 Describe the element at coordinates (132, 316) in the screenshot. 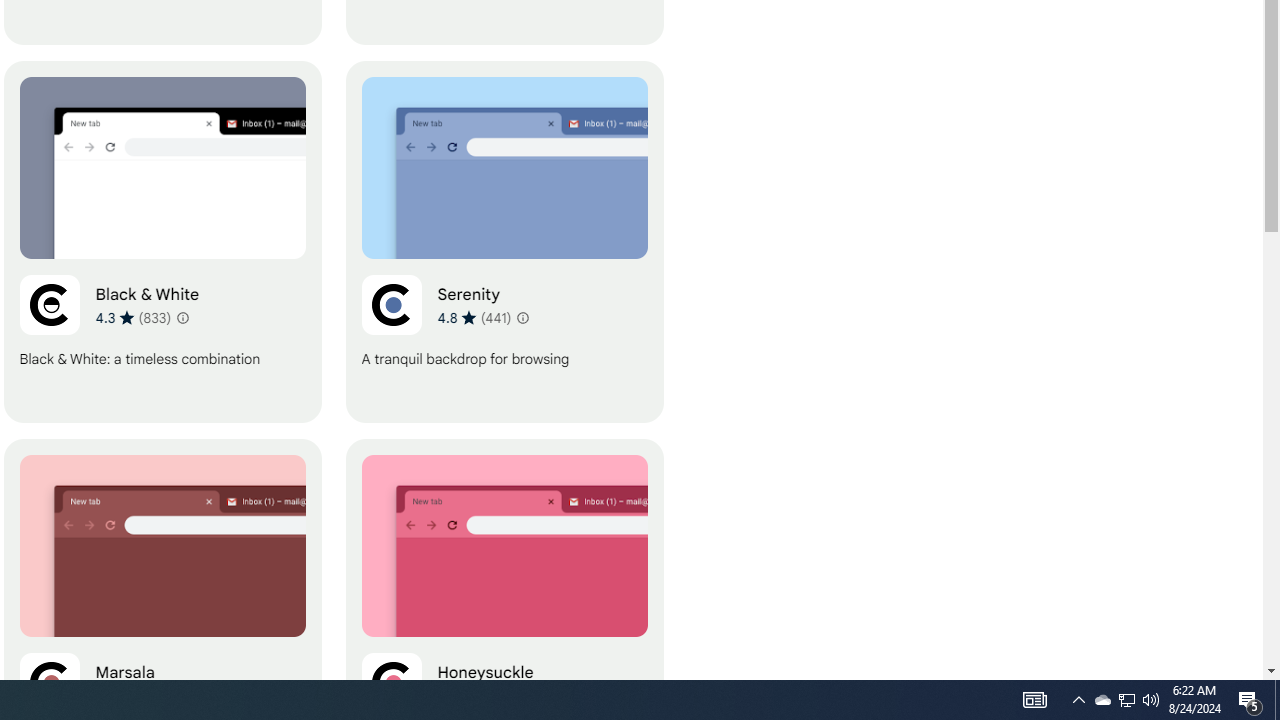

I see `'Average rating 4.3 out of 5 stars. 833 ratings.'` at that location.